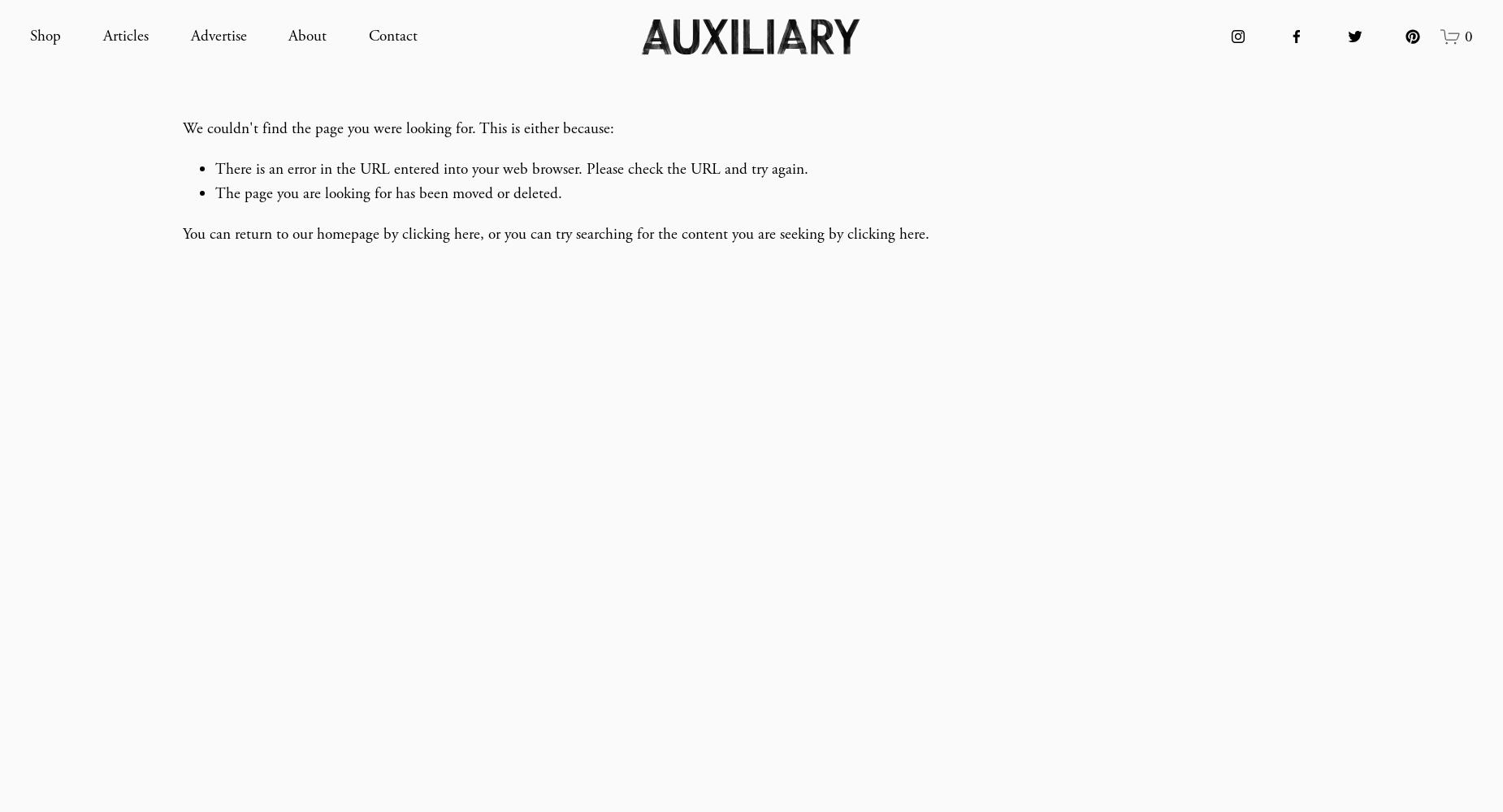 The image size is (1503, 812). Describe the element at coordinates (392, 35) in the screenshot. I see `'Contact'` at that location.